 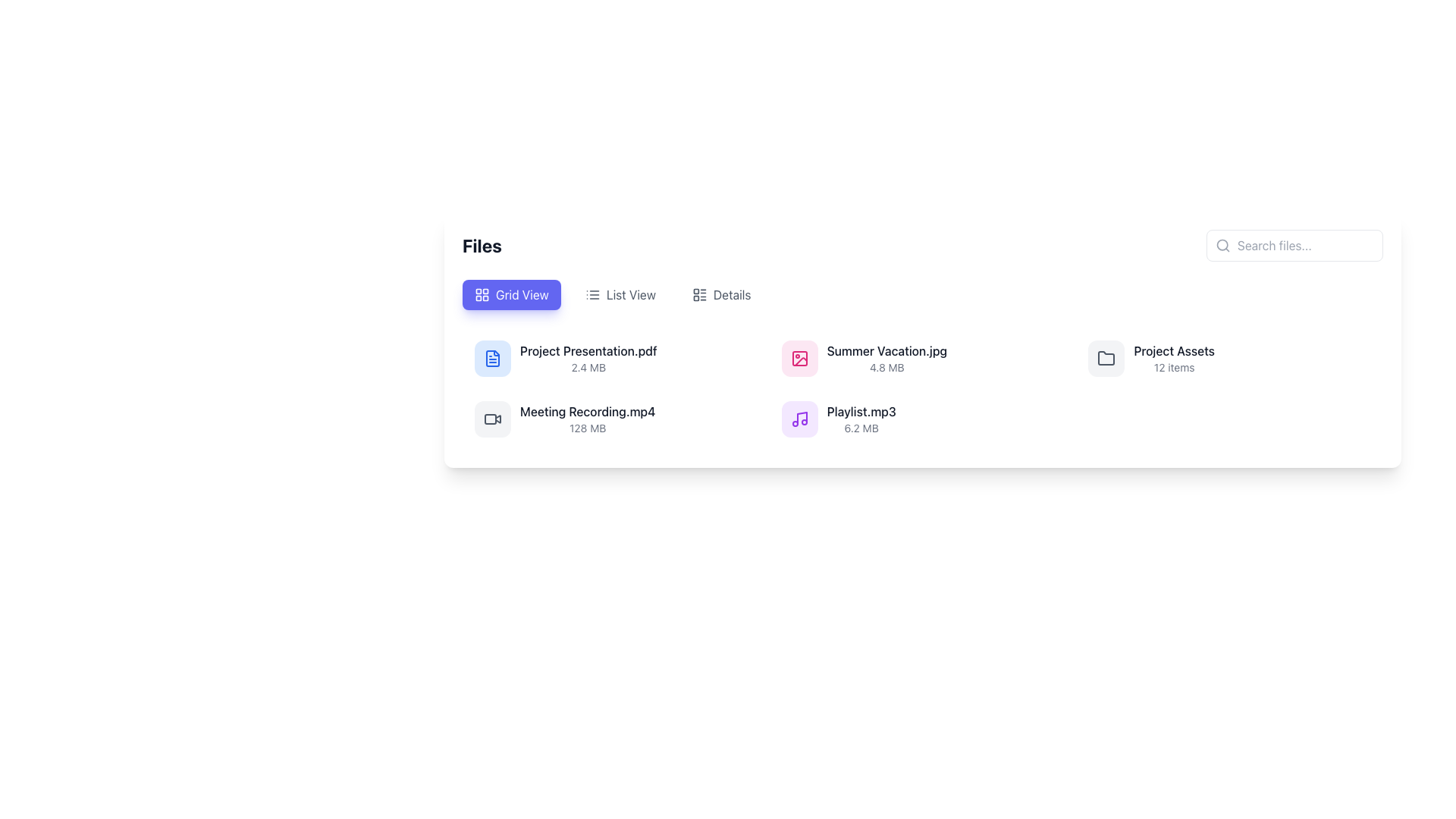 I want to click on the file linked to the text label displaying 'Playlist.mp3', which appears in the lower-right section of the file information group, so click(x=861, y=412).